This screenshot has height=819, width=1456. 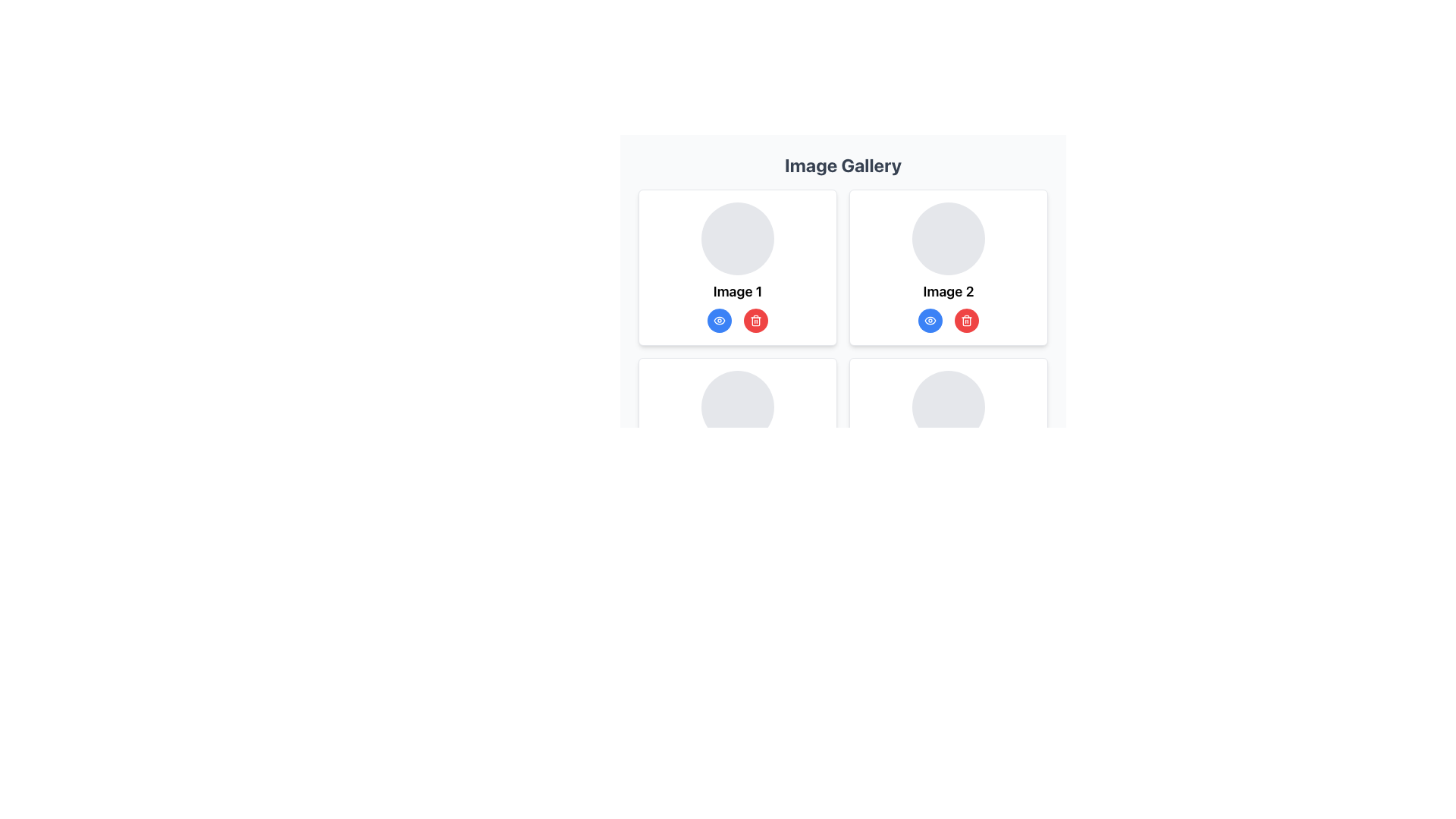 What do you see at coordinates (719, 320) in the screenshot?
I see `the first button located underneath the item labeled 'Image 1'` at bounding box center [719, 320].